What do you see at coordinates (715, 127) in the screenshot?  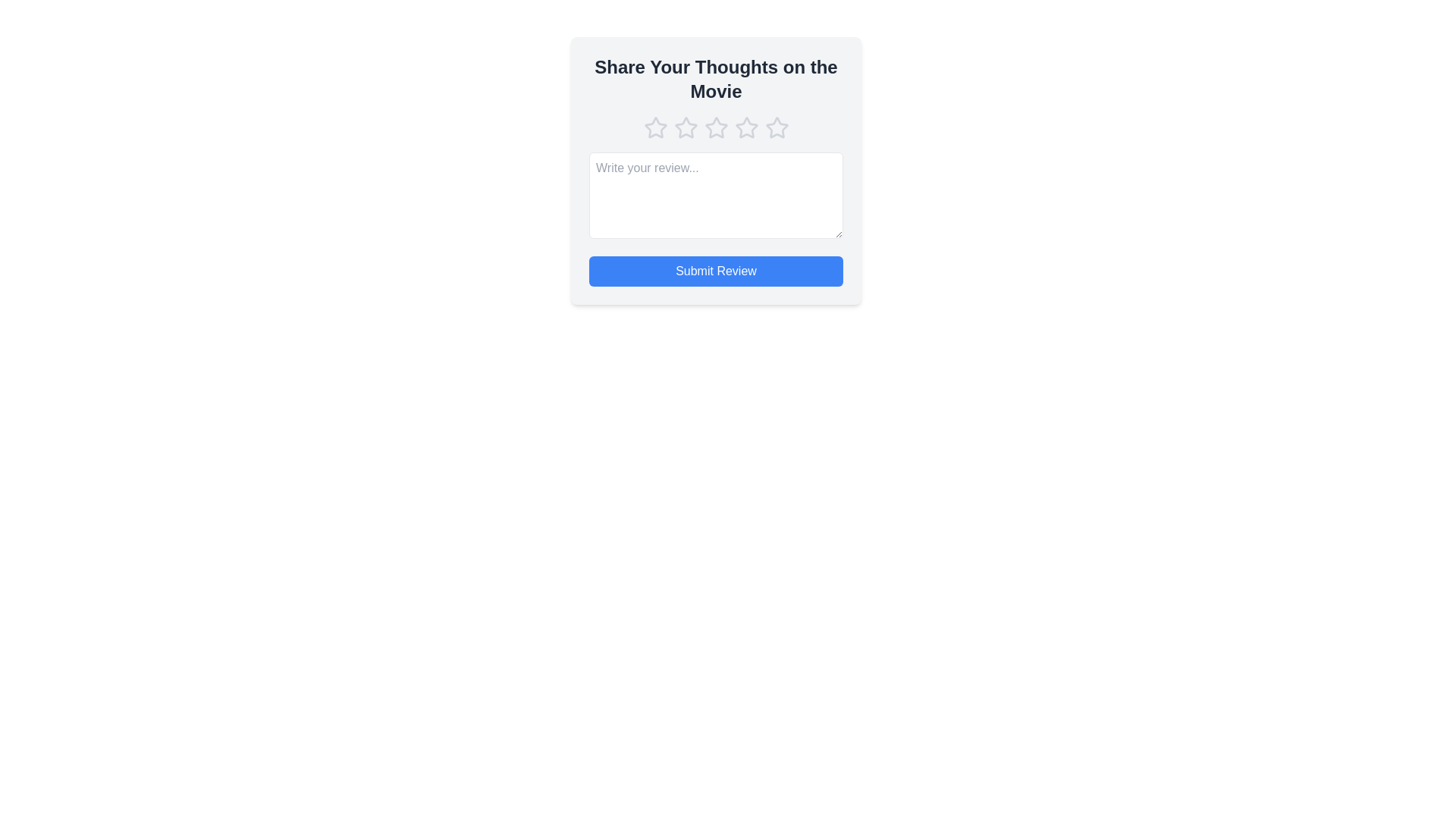 I see `on one of the stars in the star-based rating component located within the 'Share Your Thoughts on the Movie' panel` at bounding box center [715, 127].